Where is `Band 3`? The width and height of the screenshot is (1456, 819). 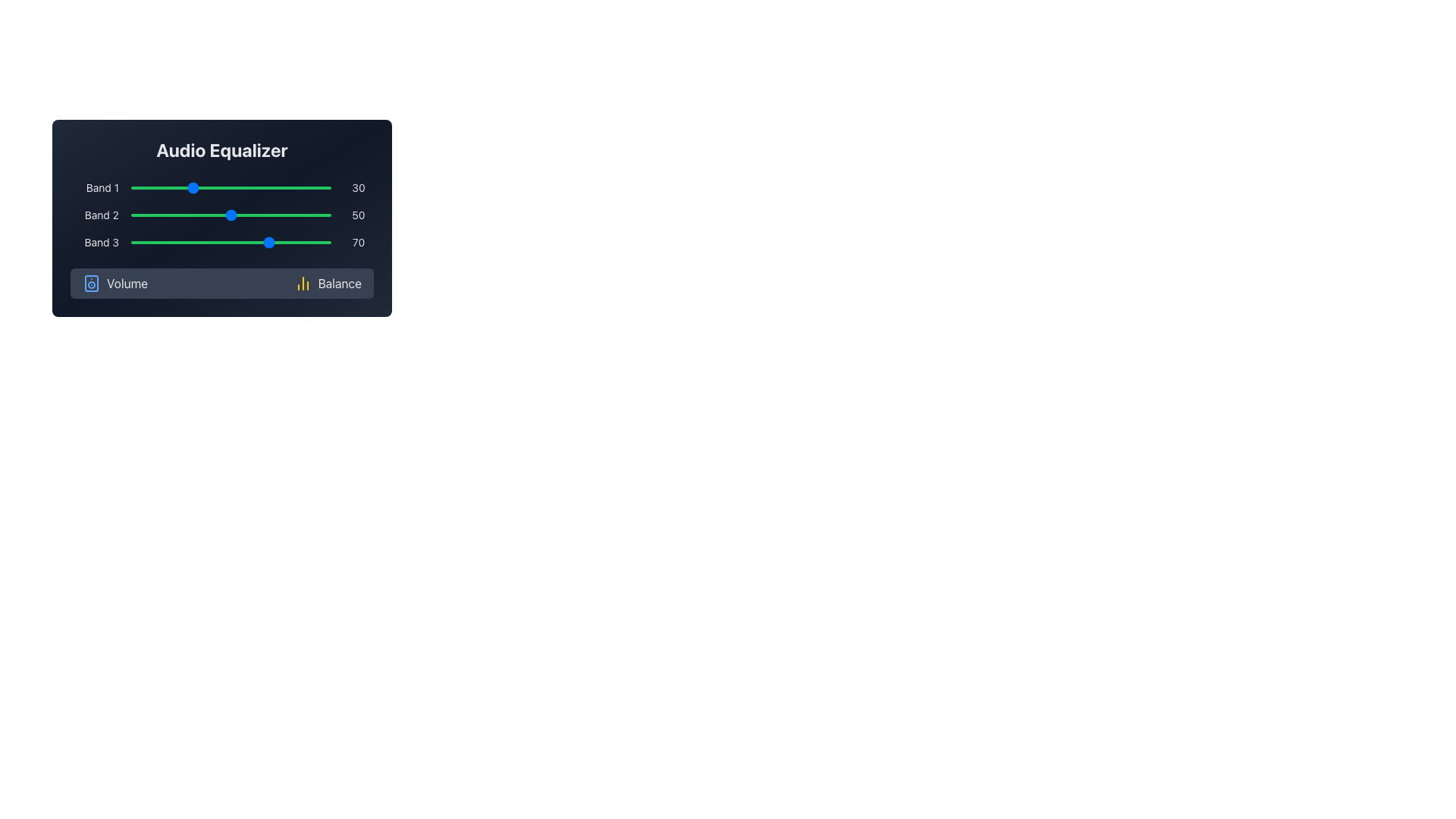 Band 3 is located at coordinates (204, 242).